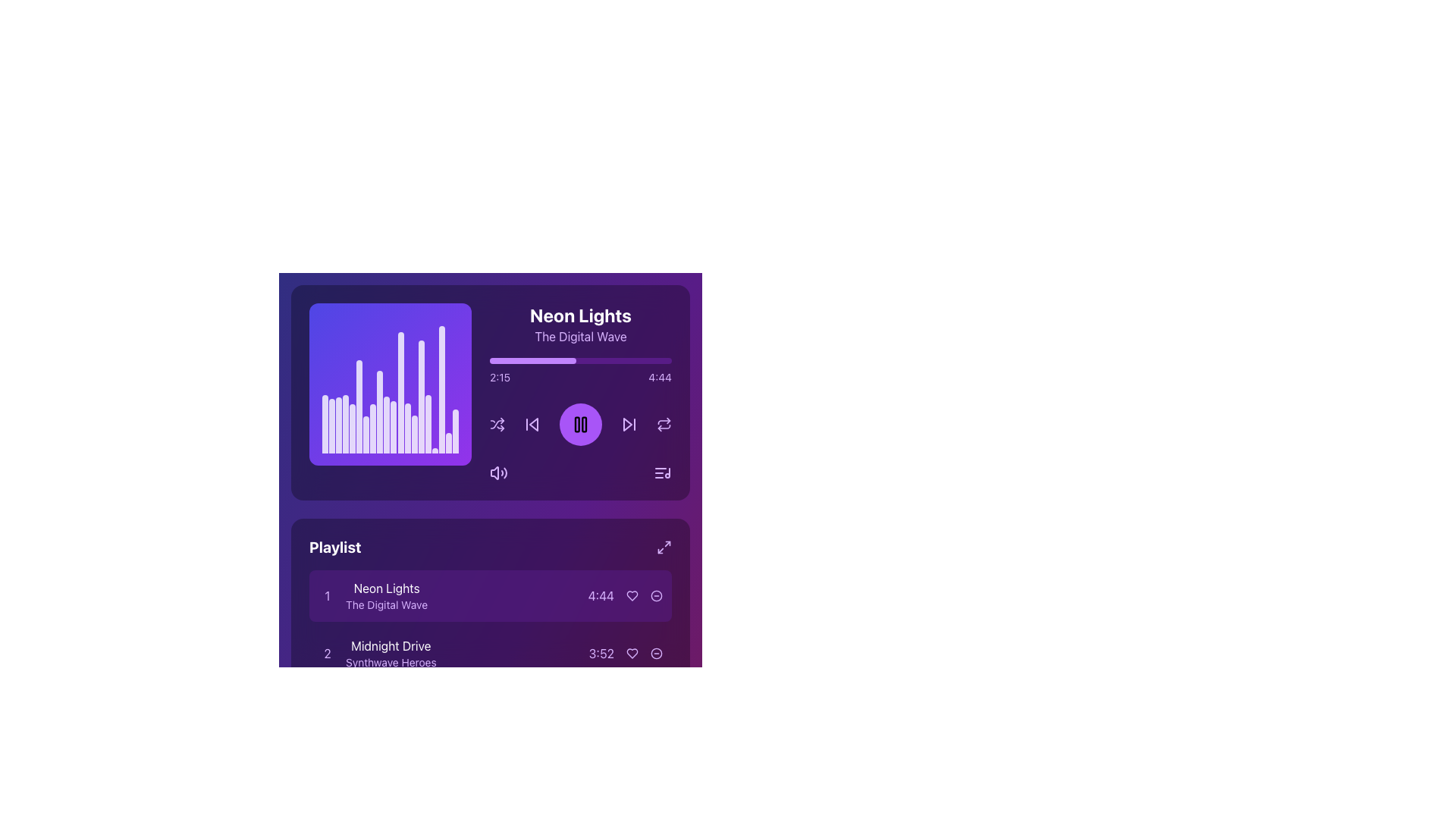 The image size is (1456, 819). Describe the element at coordinates (558, 360) in the screenshot. I see `the progress` at that location.